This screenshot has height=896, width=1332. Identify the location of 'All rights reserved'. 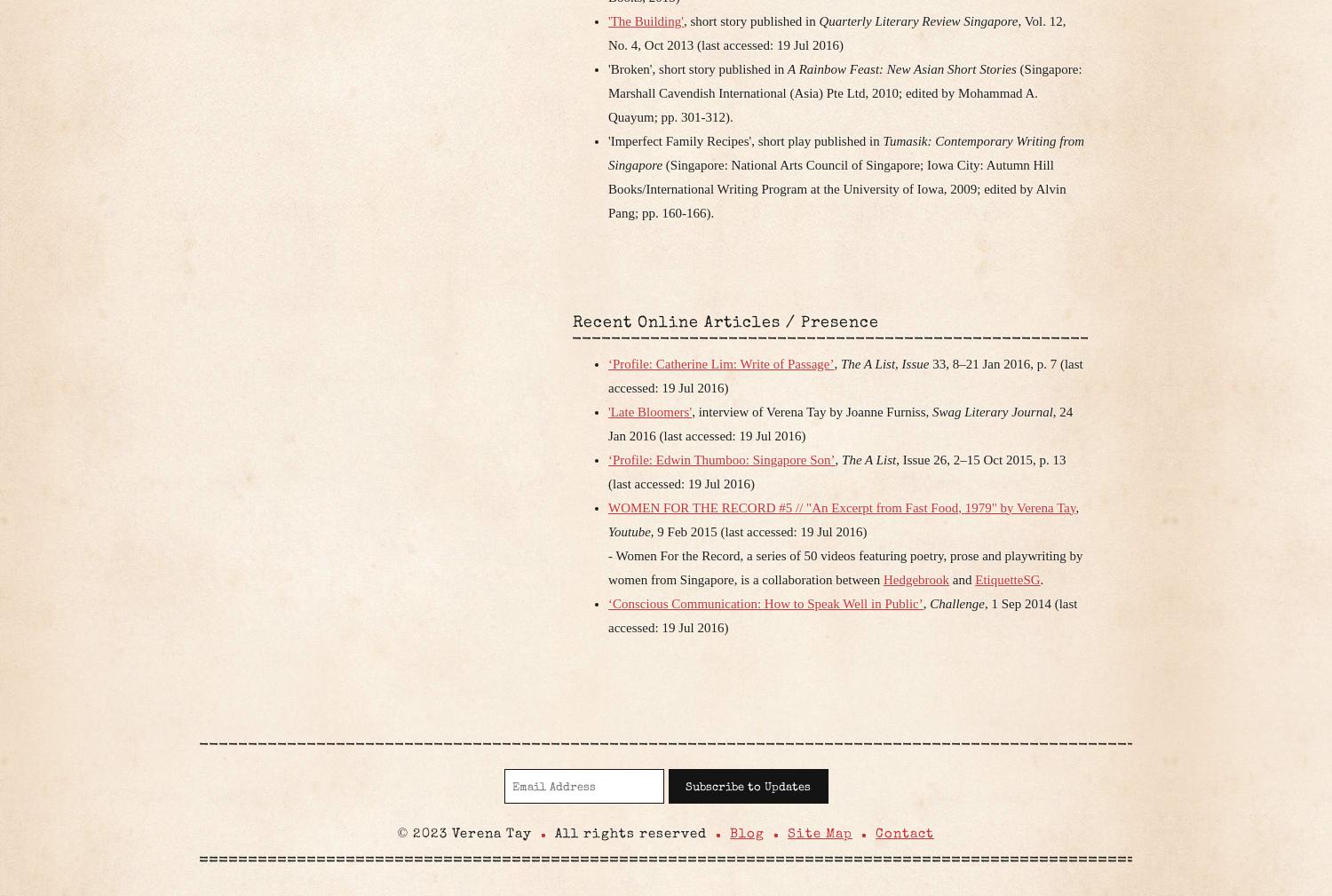
(630, 832).